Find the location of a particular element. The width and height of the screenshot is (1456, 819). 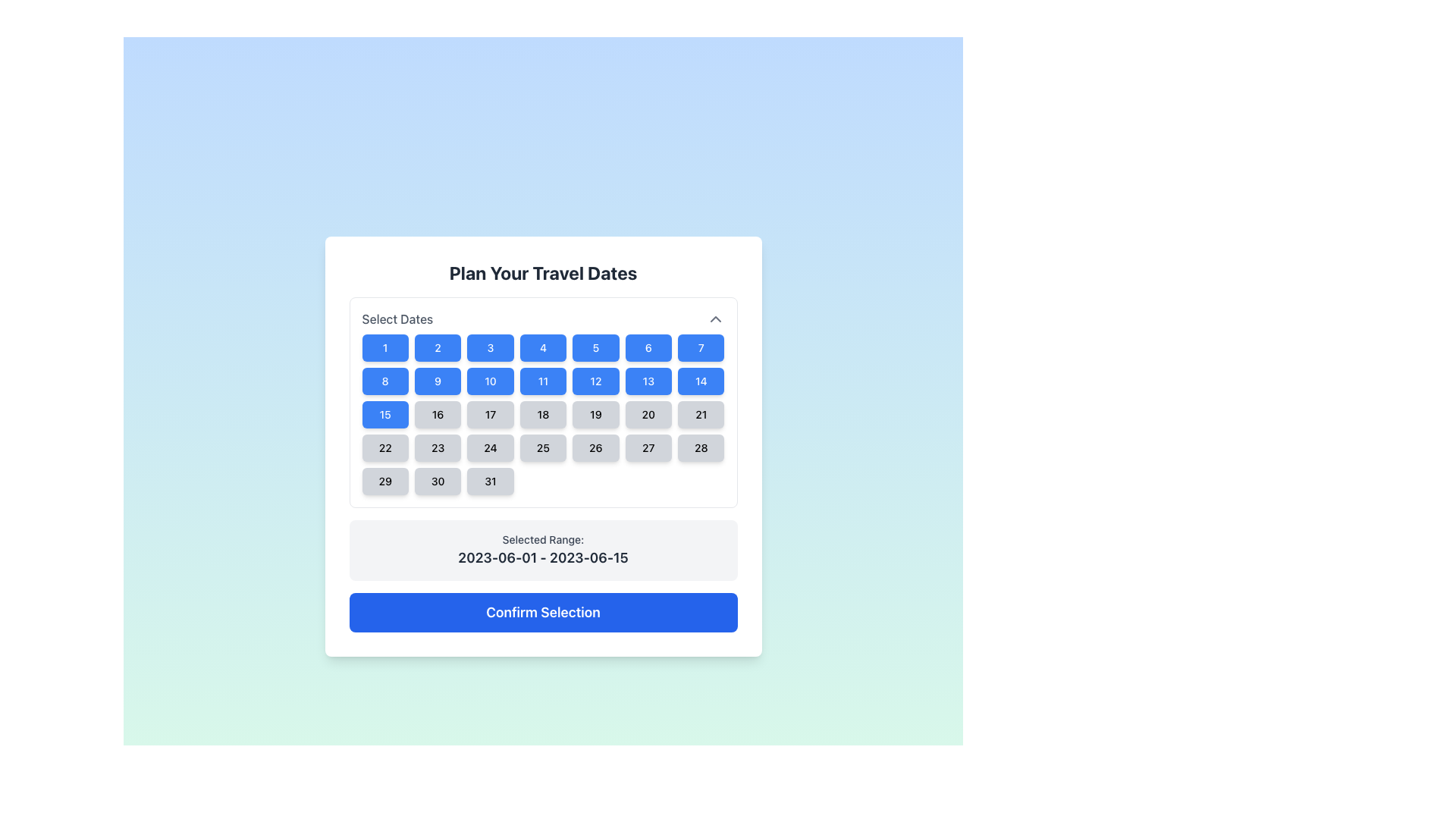

the calendar date button displaying the number '26' located in the 4th row and 5th column is located at coordinates (595, 447).